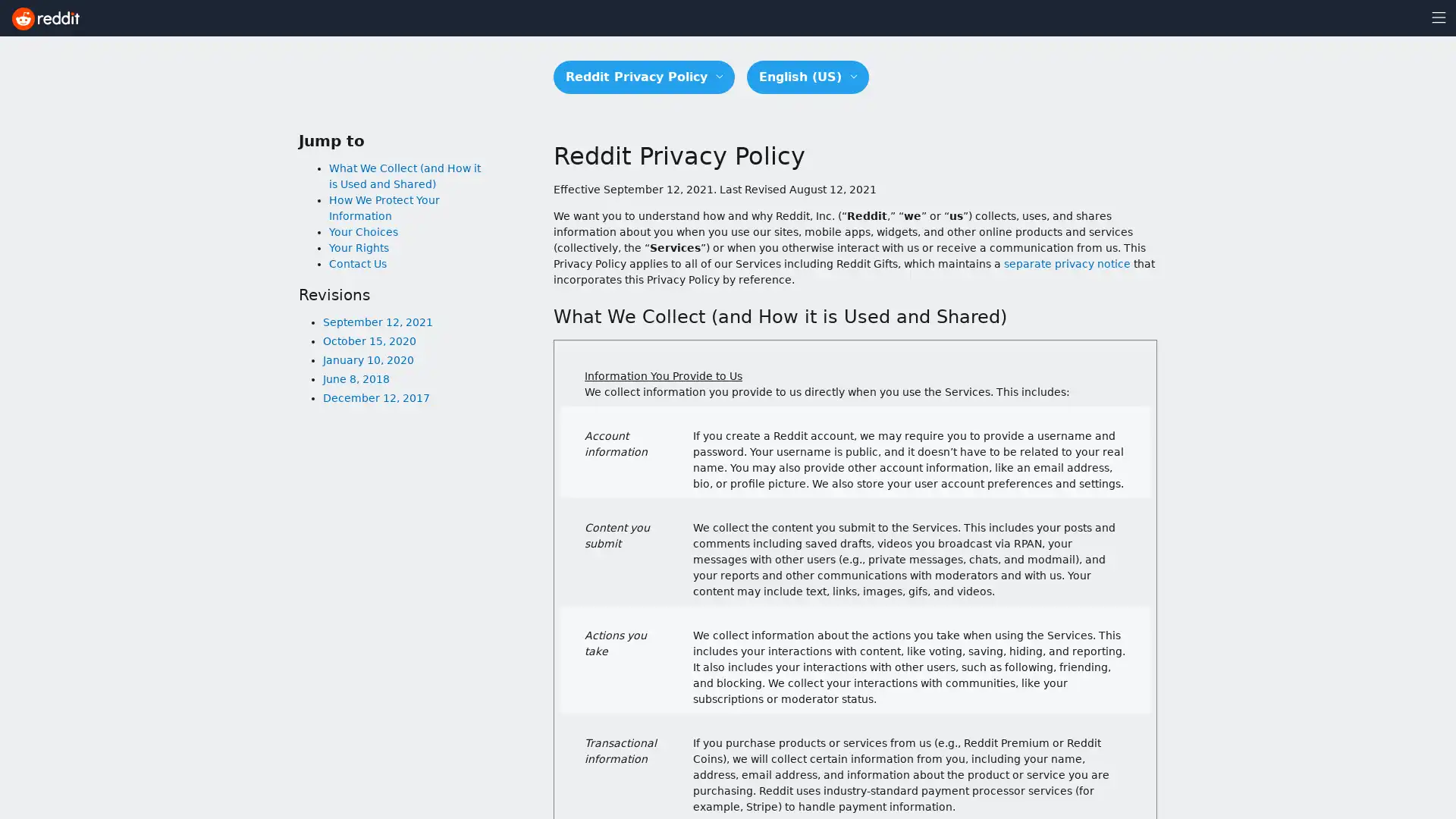 The image size is (1456, 819). What do you see at coordinates (644, 77) in the screenshot?
I see `Reddit Privacy Policy` at bounding box center [644, 77].